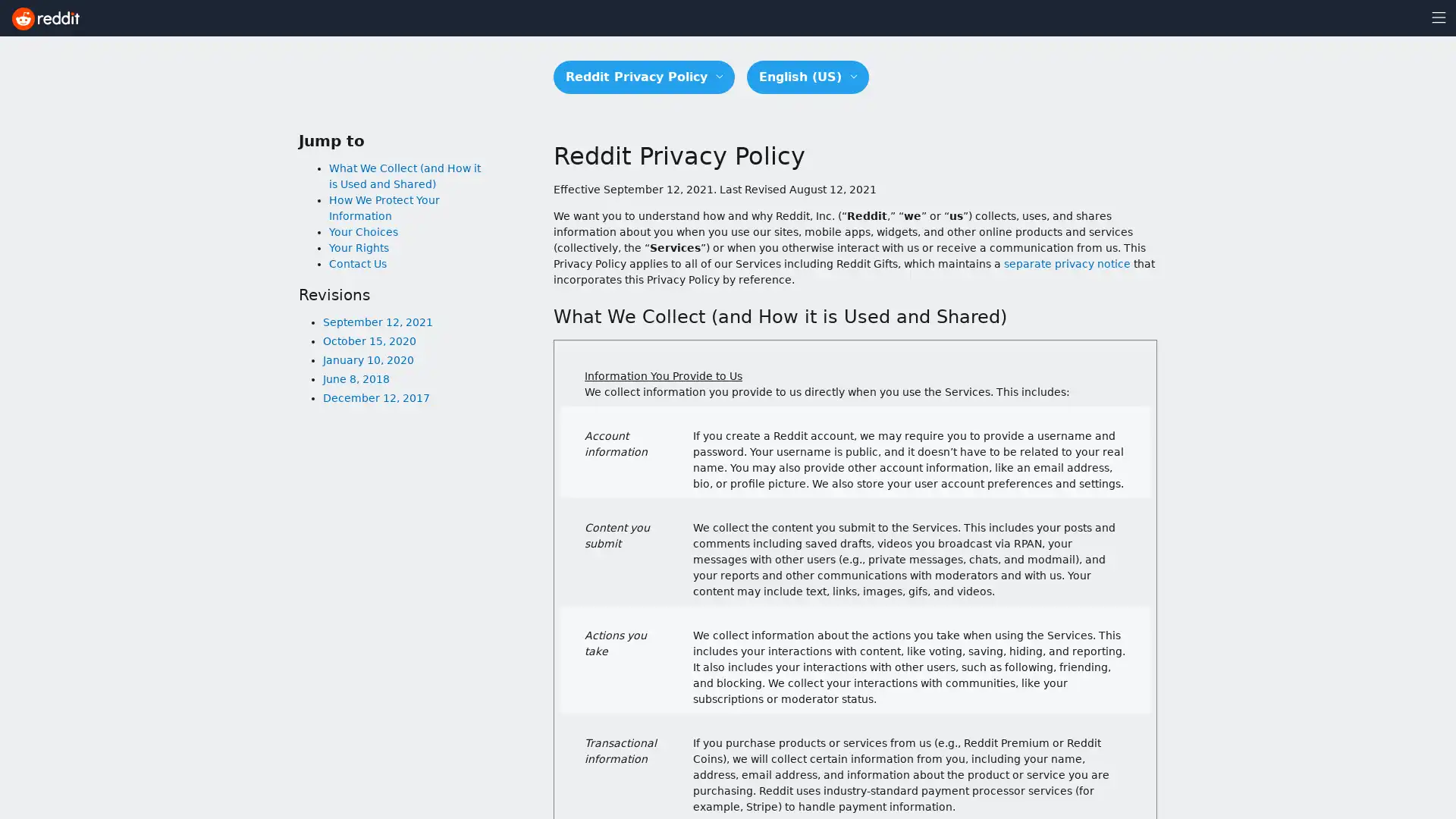 The image size is (1456, 819). What do you see at coordinates (644, 77) in the screenshot?
I see `Reddit Privacy Policy` at bounding box center [644, 77].